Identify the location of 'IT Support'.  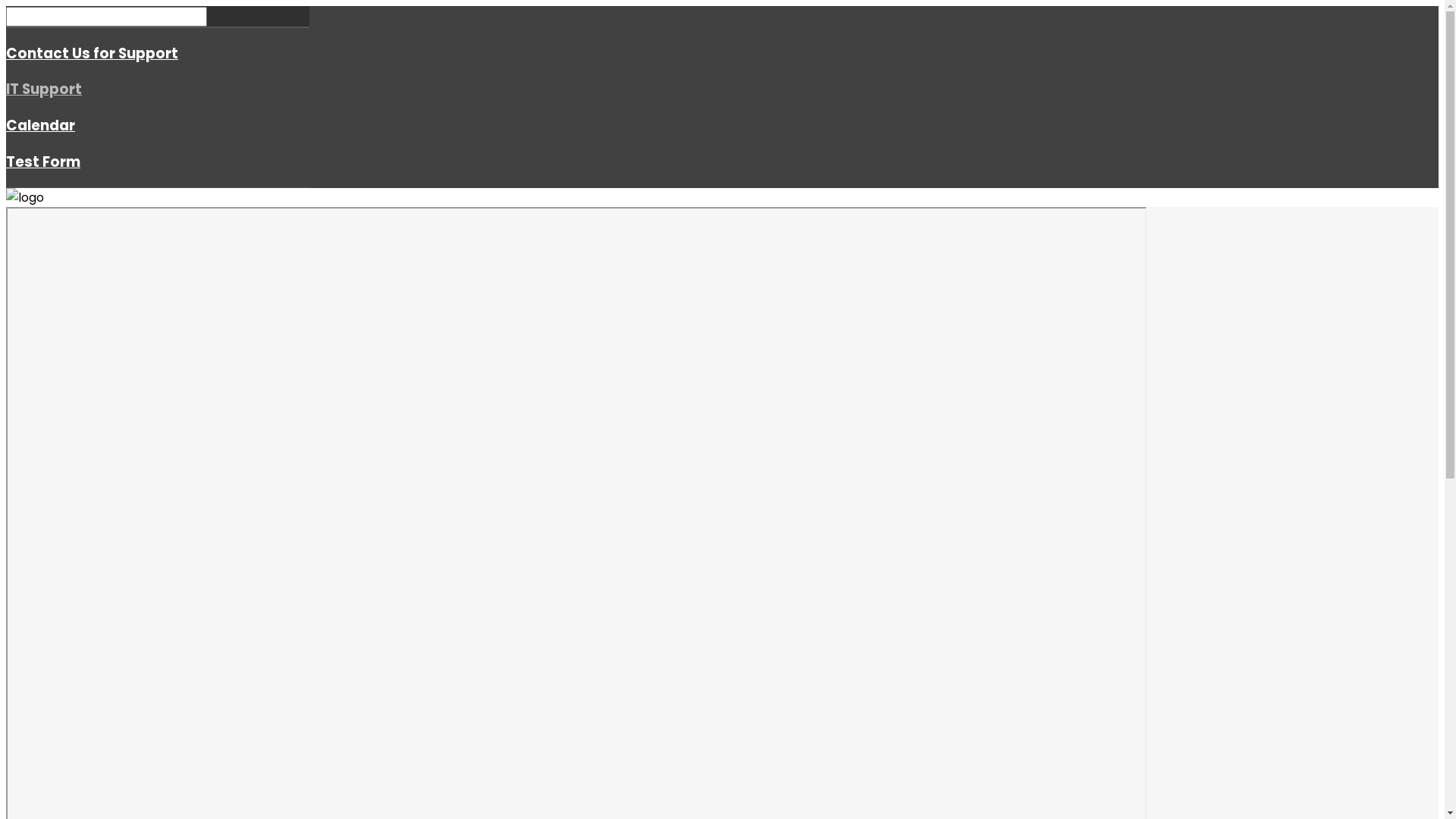
(43, 89).